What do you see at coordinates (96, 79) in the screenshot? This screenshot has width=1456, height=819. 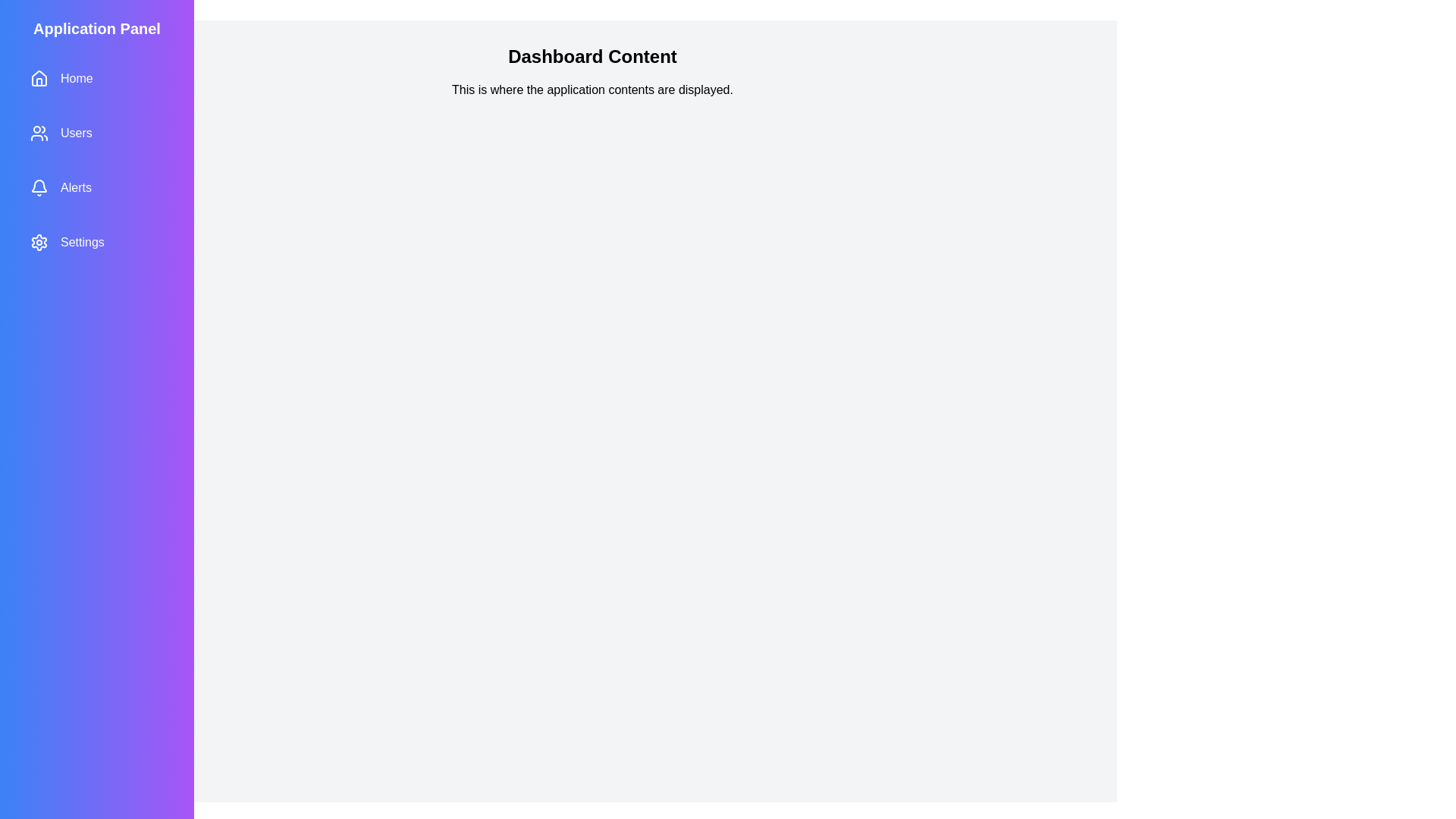 I see `the navigation item Home from the sidebar` at bounding box center [96, 79].